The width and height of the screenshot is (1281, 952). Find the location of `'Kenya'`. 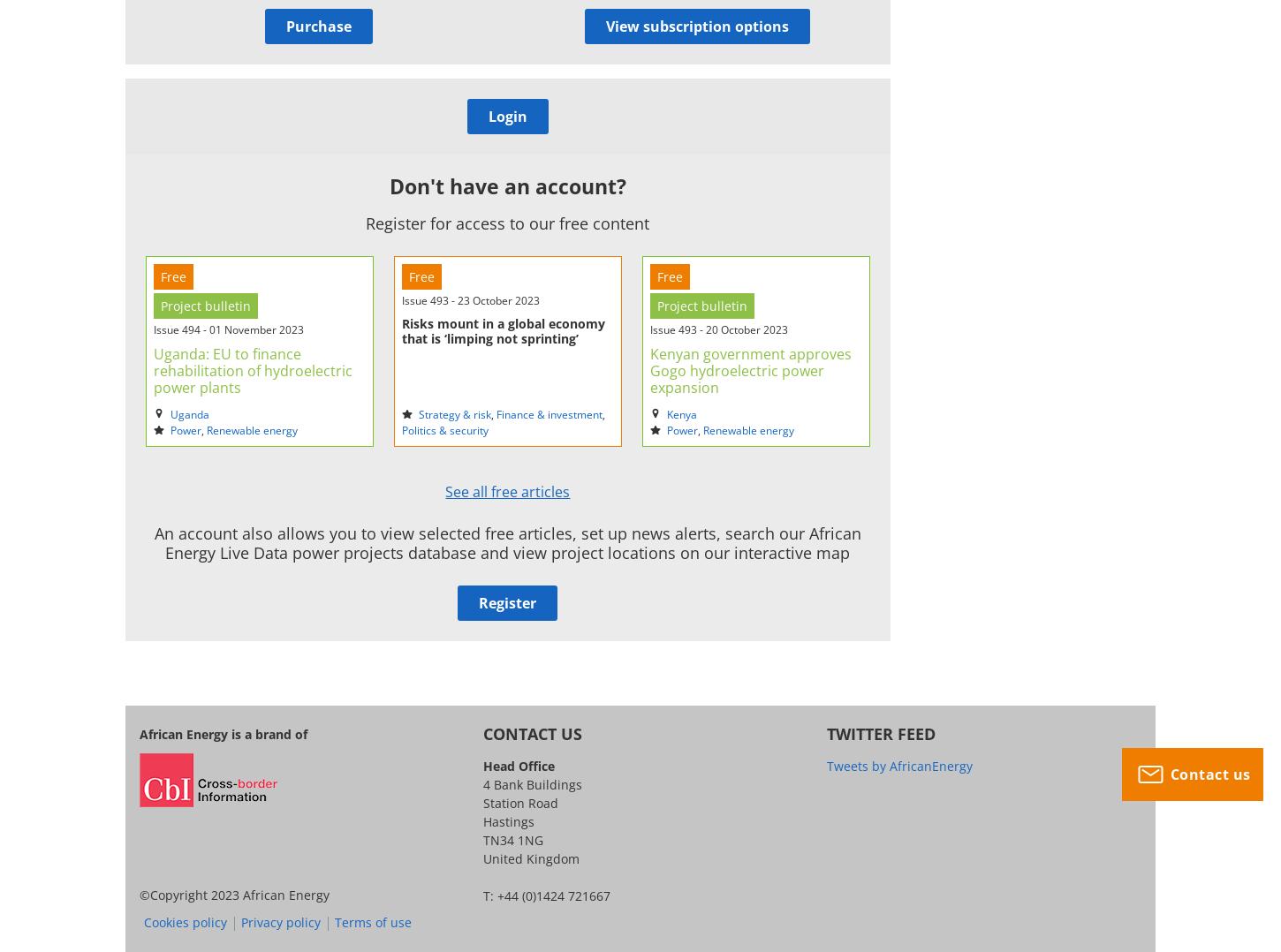

'Kenya' is located at coordinates (681, 413).